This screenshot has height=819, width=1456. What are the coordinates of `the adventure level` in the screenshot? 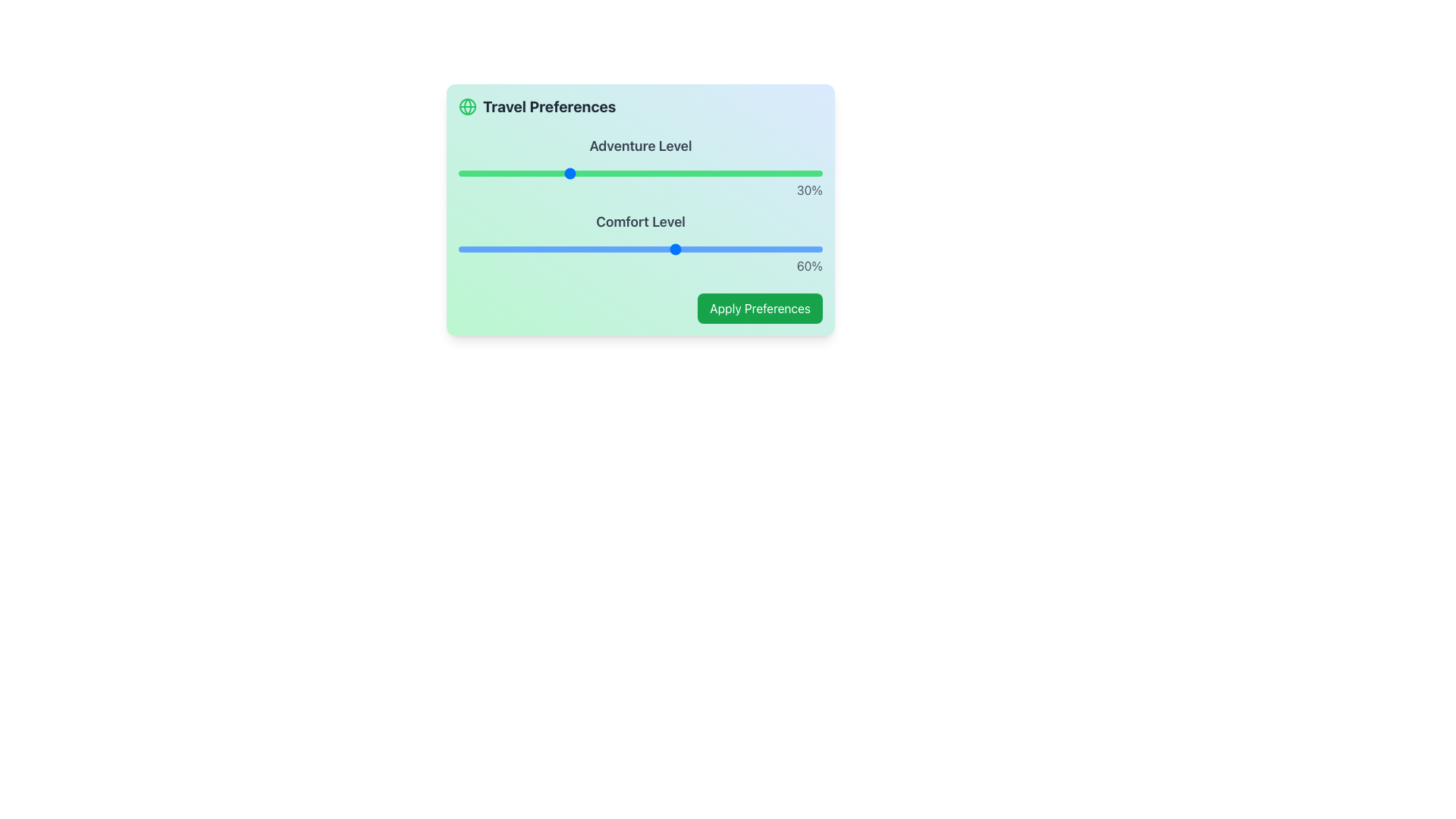 It's located at (679, 172).